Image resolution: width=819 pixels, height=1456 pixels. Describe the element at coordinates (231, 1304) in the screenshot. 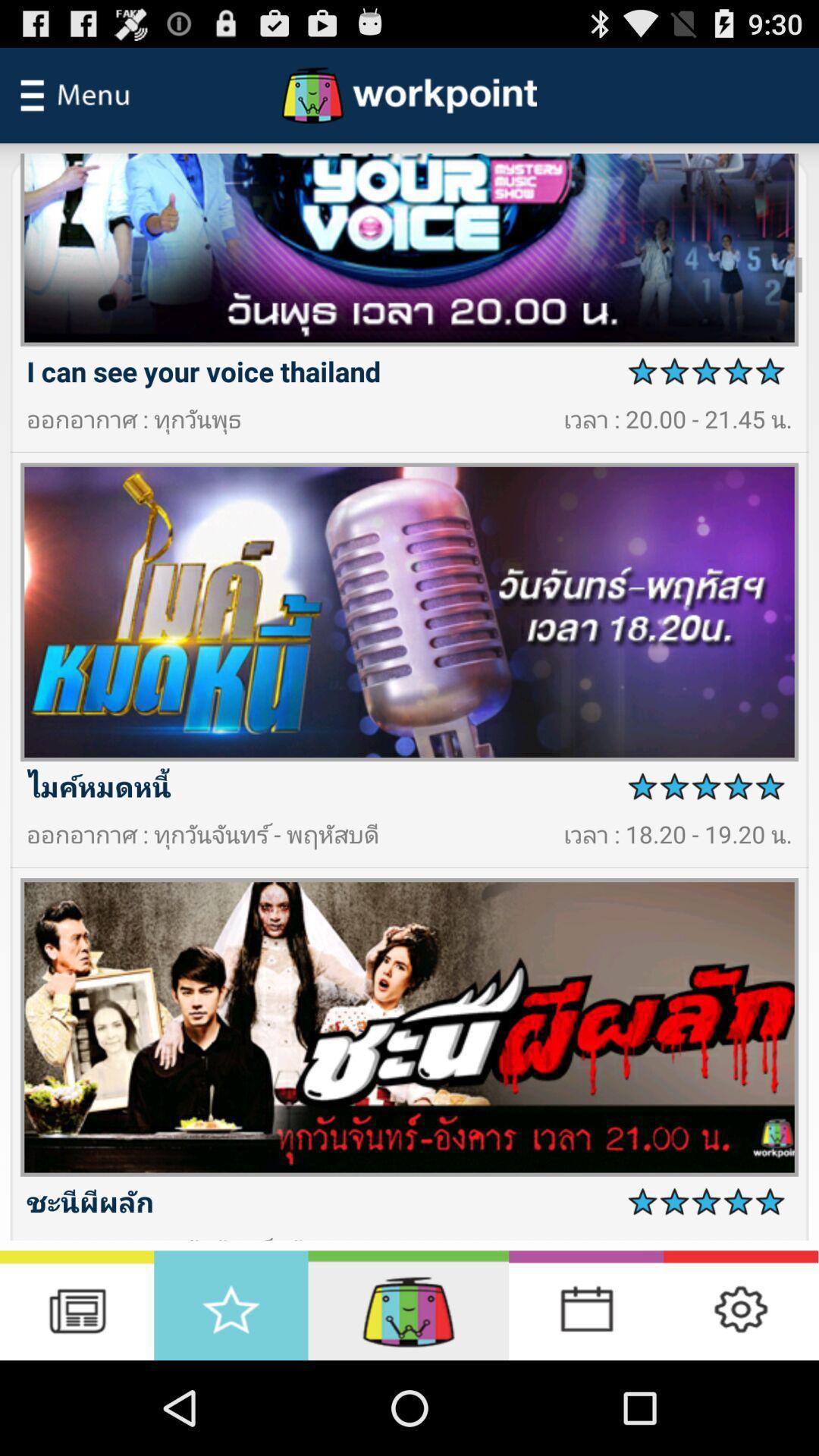

I see `favourite button` at that location.